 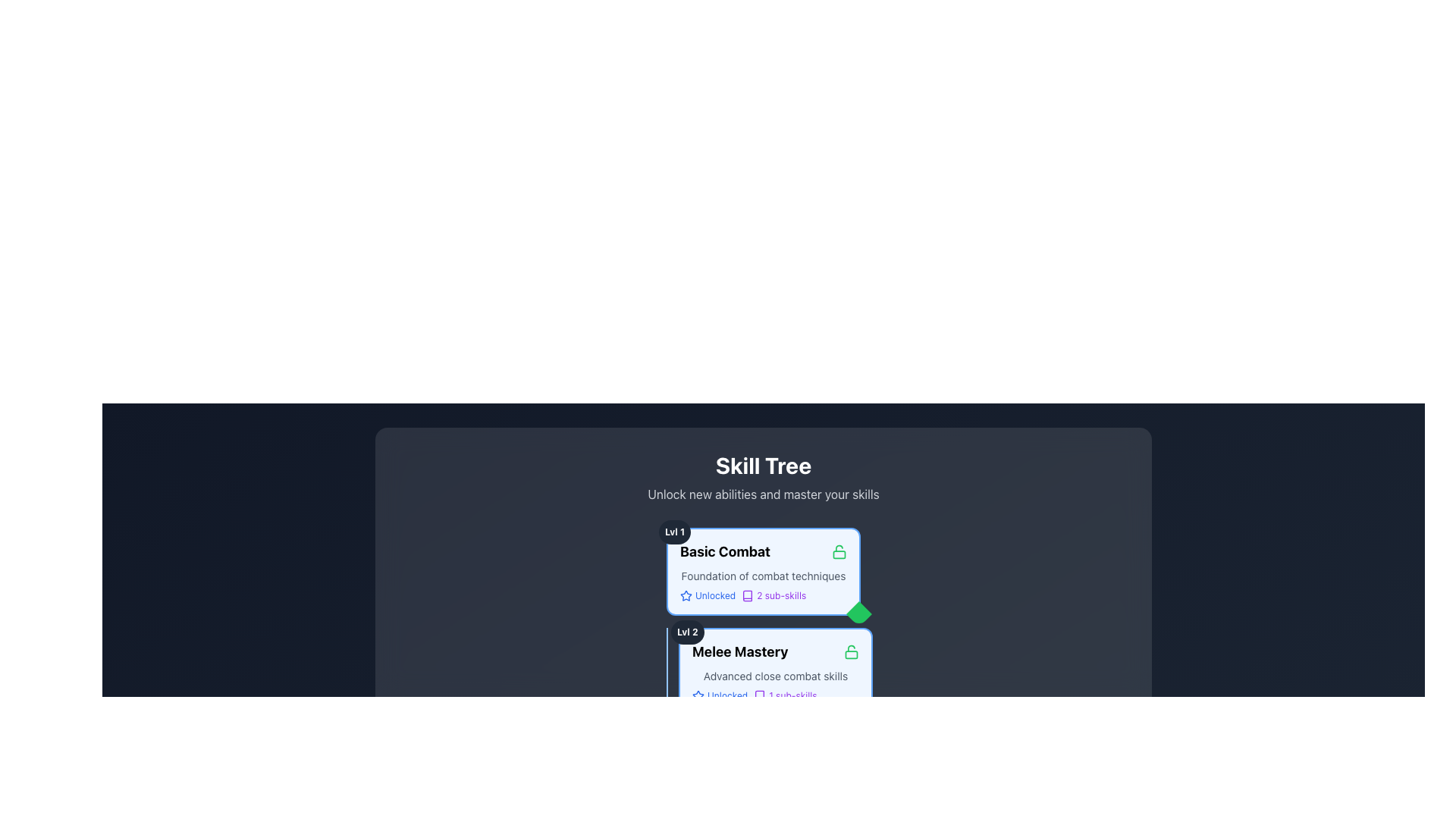 What do you see at coordinates (775, 696) in the screenshot?
I see `informational text that displays 'Unlocked' with a star icon on the left and '1 sub-skills' with a book icon on the right, located near the bottom of the 'Melee Mastery' section in the skill tree interface` at bounding box center [775, 696].